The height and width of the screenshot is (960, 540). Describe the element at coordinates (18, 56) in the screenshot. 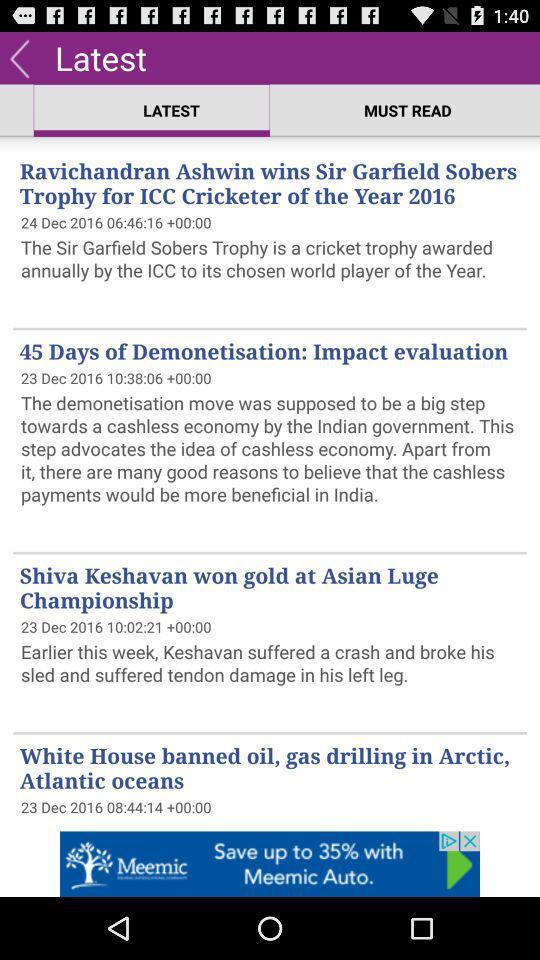

I see `go back` at that location.